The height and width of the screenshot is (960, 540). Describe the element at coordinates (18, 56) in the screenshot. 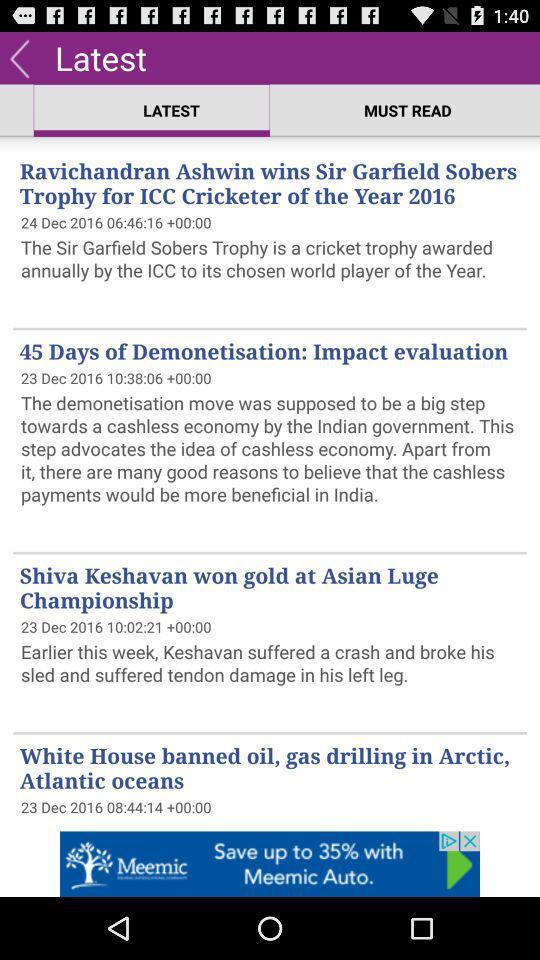

I see `go back` at that location.